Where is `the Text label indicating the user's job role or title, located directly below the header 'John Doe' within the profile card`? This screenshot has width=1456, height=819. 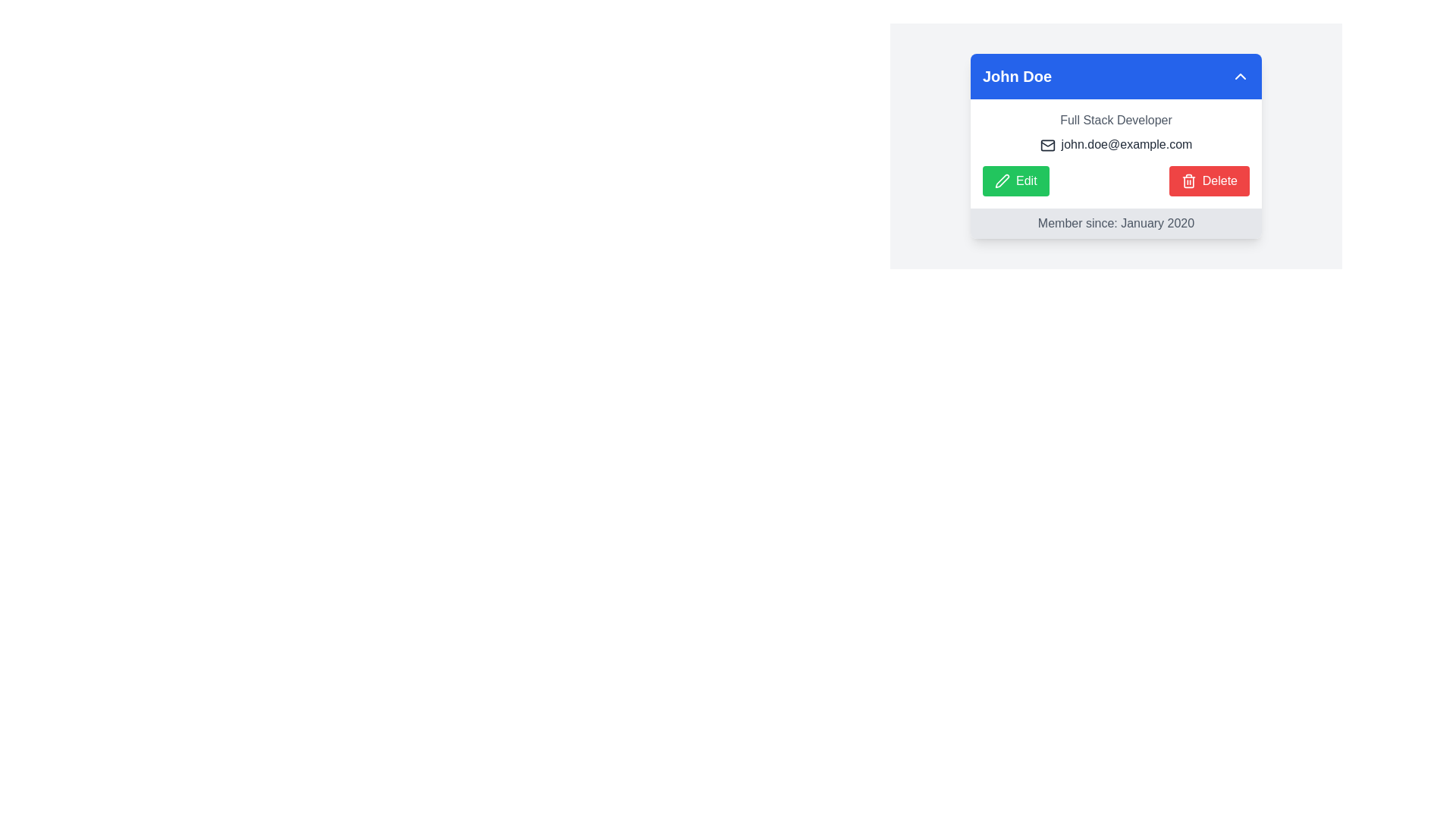
the Text label indicating the user's job role or title, located directly below the header 'John Doe' within the profile card is located at coordinates (1116, 119).